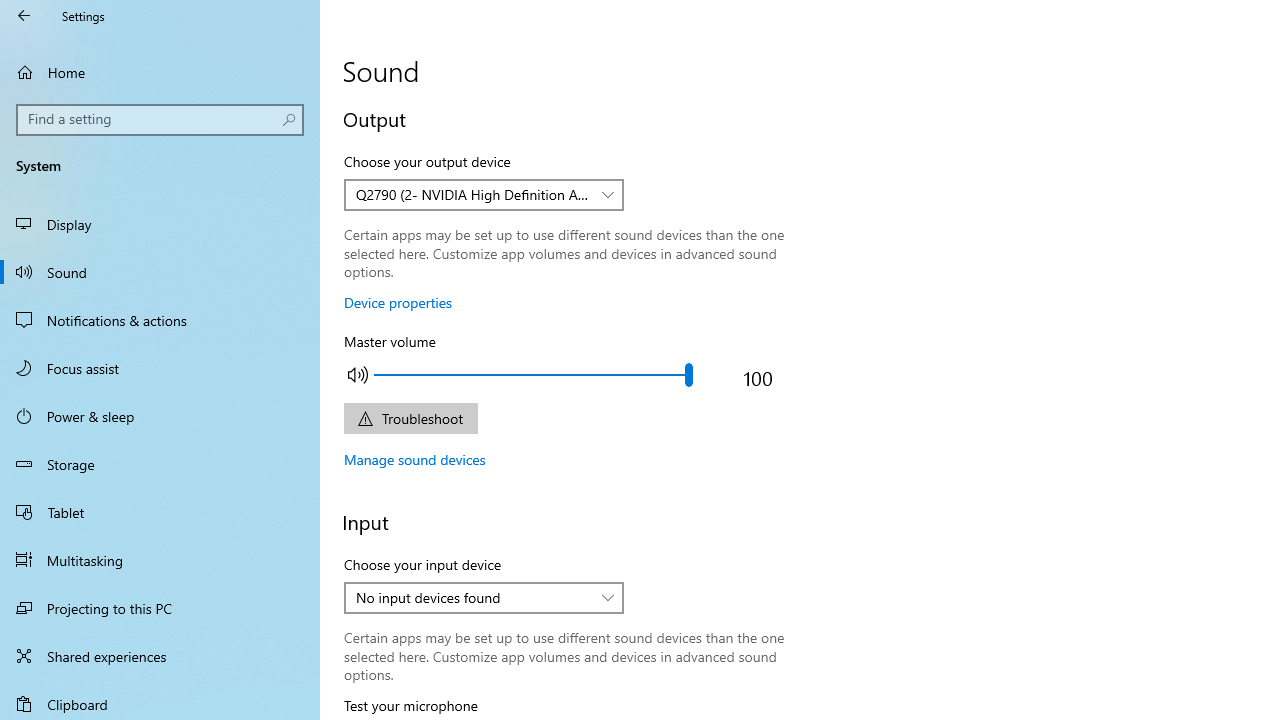  Describe the element at coordinates (409, 417) in the screenshot. I see `'Output device troubleshoot'` at that location.